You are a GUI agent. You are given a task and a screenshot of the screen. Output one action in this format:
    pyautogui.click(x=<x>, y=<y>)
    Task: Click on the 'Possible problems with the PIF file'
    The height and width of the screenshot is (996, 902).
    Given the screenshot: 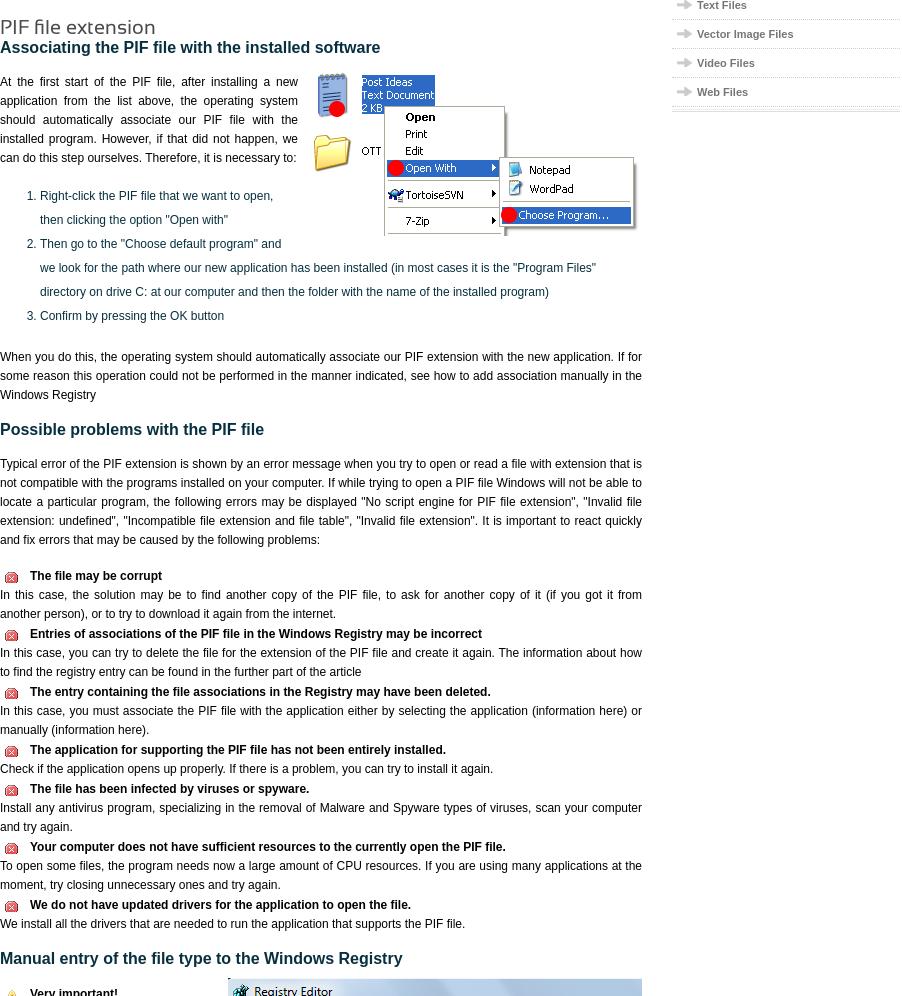 What is the action you would take?
    pyautogui.click(x=131, y=429)
    